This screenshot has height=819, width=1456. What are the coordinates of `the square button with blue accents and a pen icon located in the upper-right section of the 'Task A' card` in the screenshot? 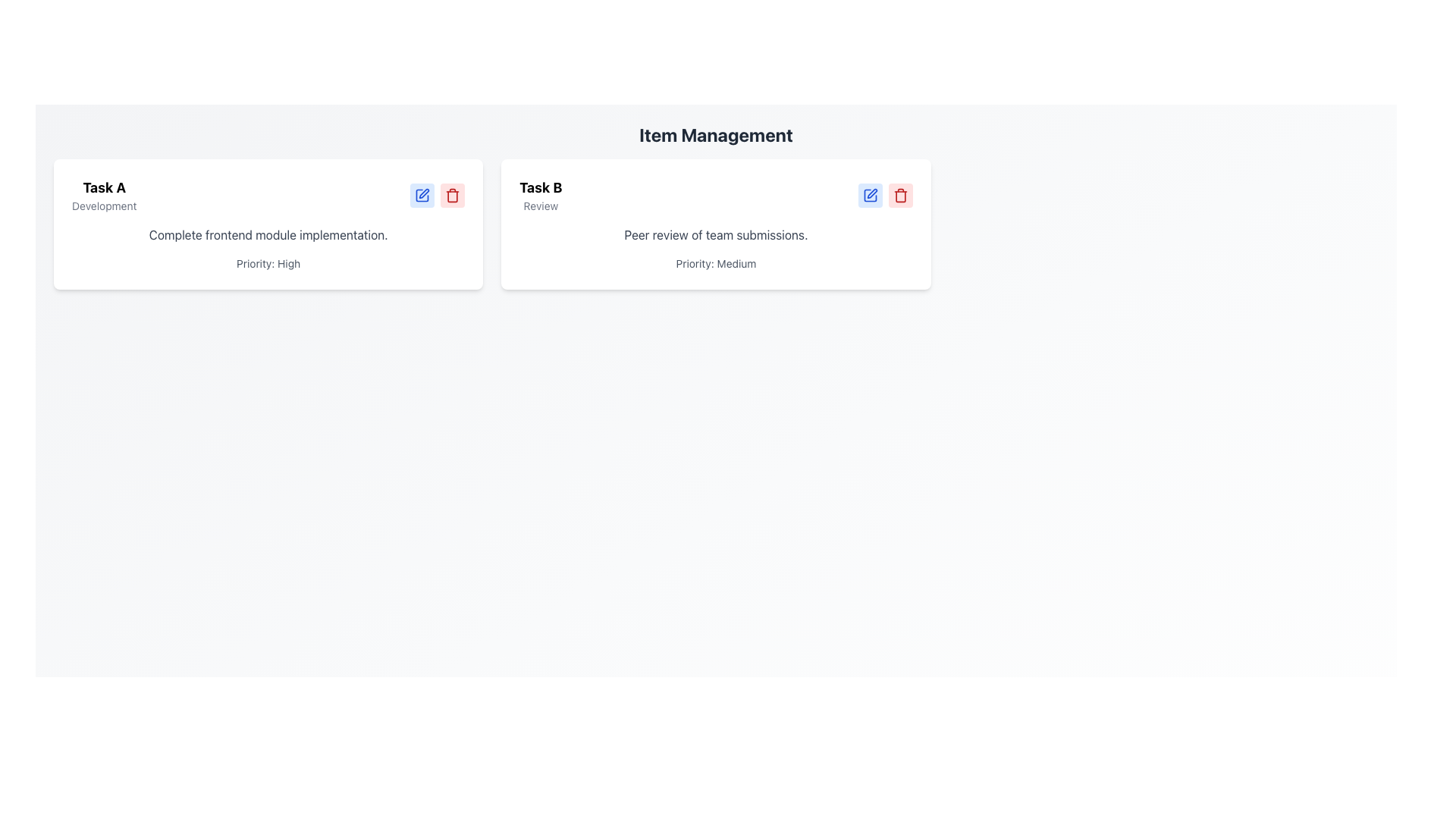 It's located at (422, 195).